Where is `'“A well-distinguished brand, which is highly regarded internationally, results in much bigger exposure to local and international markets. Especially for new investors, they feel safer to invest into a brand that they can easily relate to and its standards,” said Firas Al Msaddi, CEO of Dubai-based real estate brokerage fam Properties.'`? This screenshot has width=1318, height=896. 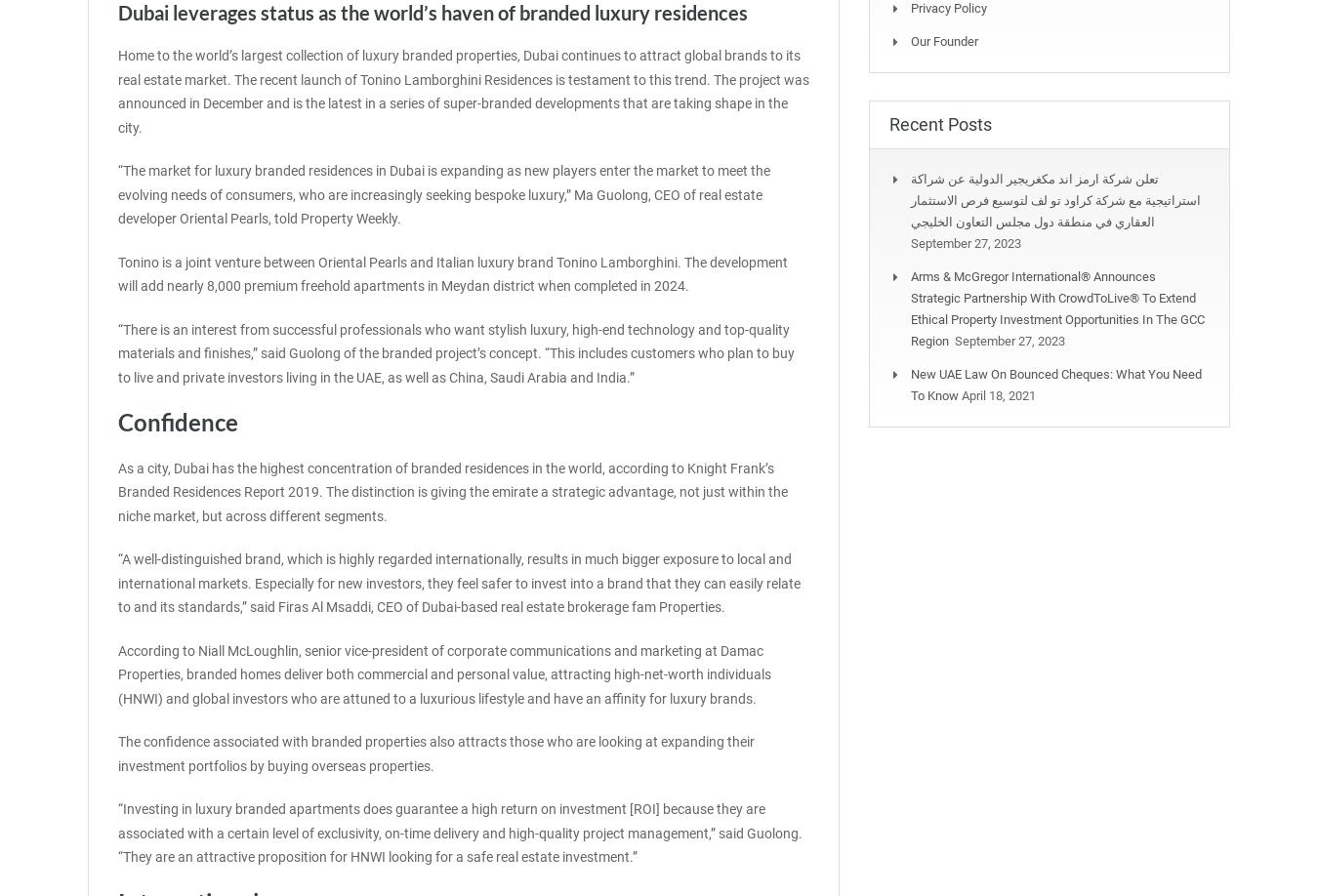
'“A well-distinguished brand, which is highly regarded internationally, results in much bigger exposure to local and international markets. Especially for new investors, they feel safer to invest into a brand that they can easily relate to and its standards,” said Firas Al Msaddi, CEO of Dubai-based real estate brokerage fam Properties.' is located at coordinates (458, 582).